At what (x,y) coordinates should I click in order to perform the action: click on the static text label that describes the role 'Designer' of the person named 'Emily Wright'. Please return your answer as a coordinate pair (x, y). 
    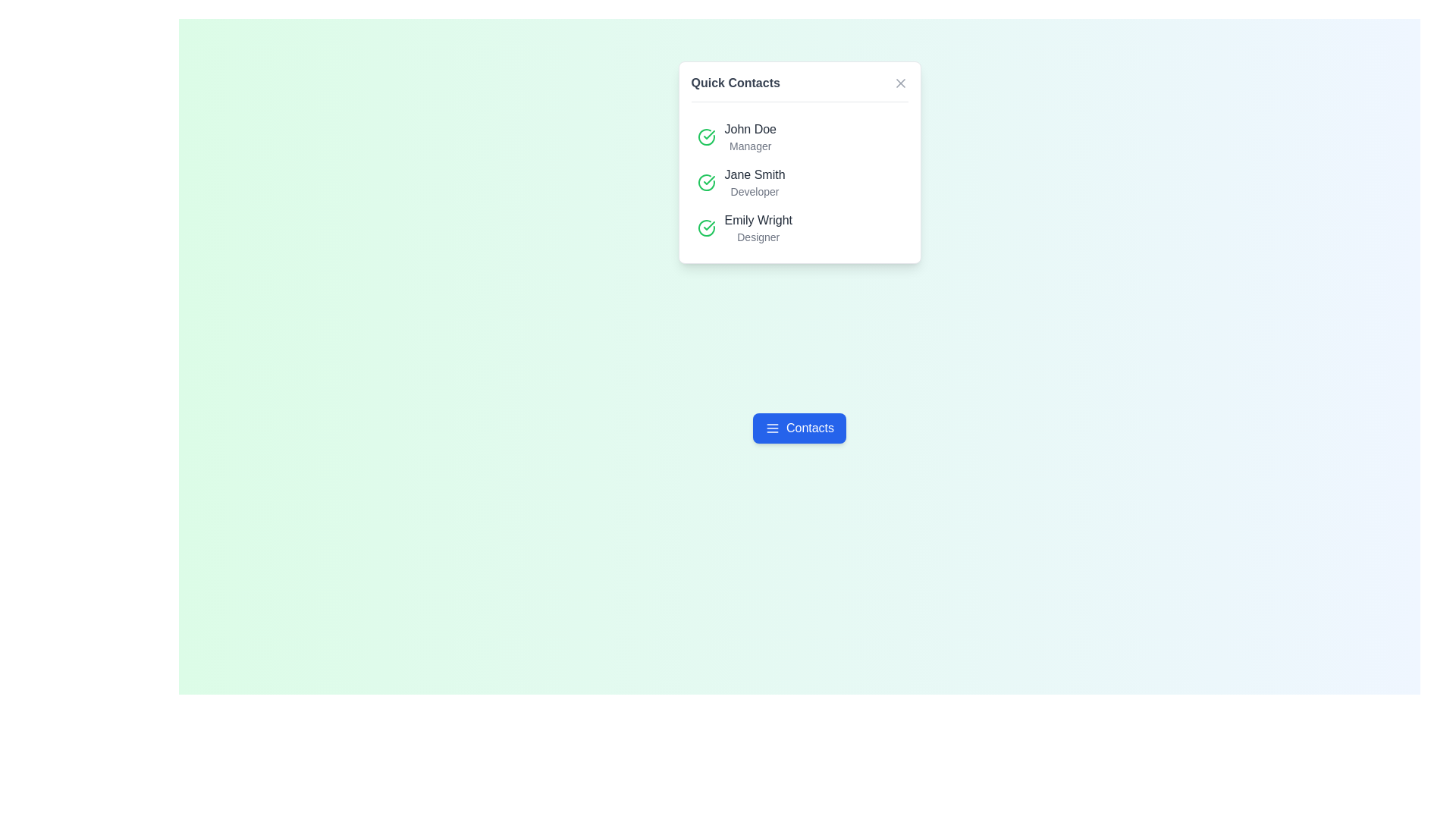
    Looking at the image, I should click on (758, 237).